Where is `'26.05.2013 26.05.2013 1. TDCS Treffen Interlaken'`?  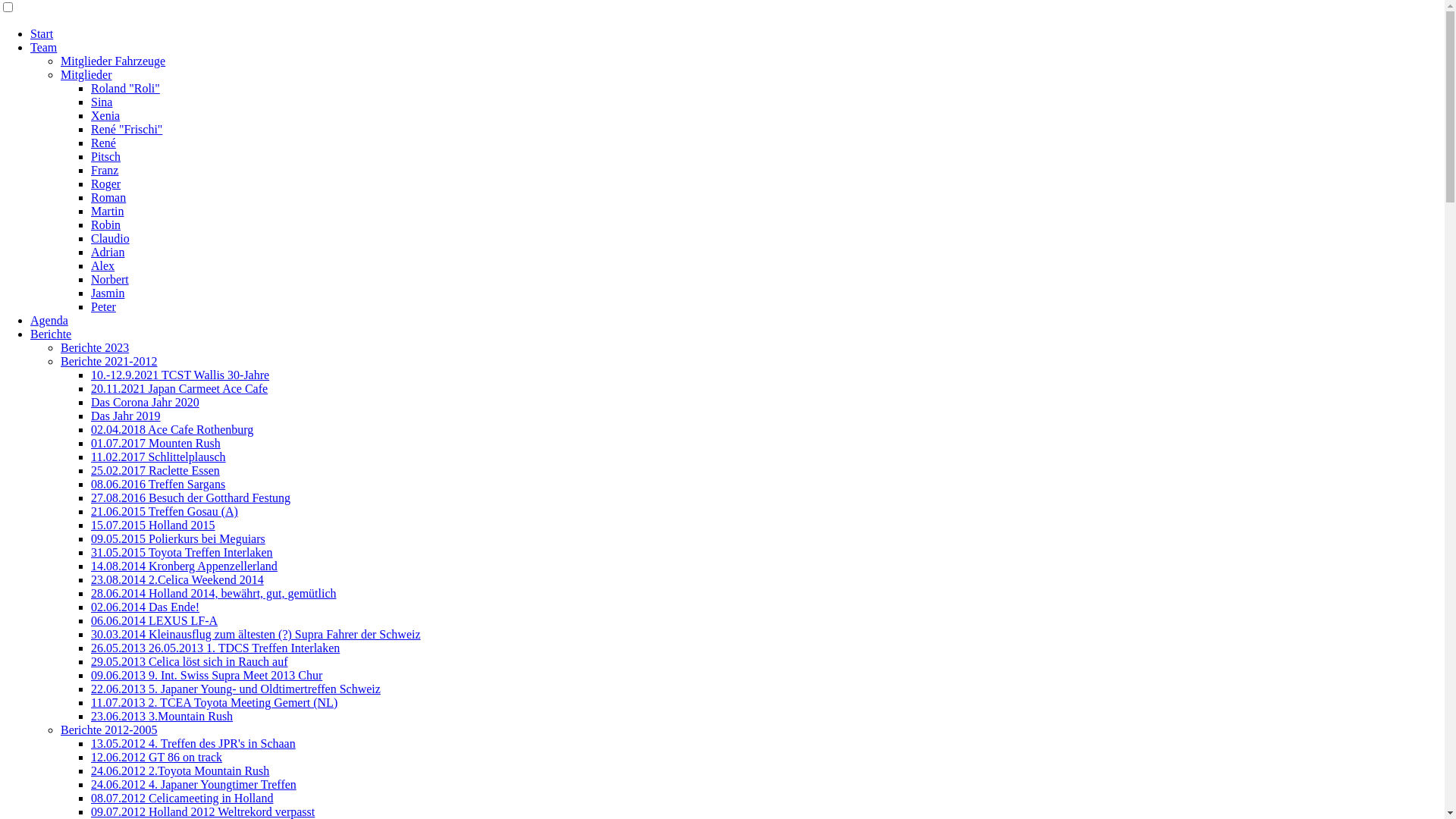
'26.05.2013 26.05.2013 1. TDCS Treffen Interlaken' is located at coordinates (214, 648).